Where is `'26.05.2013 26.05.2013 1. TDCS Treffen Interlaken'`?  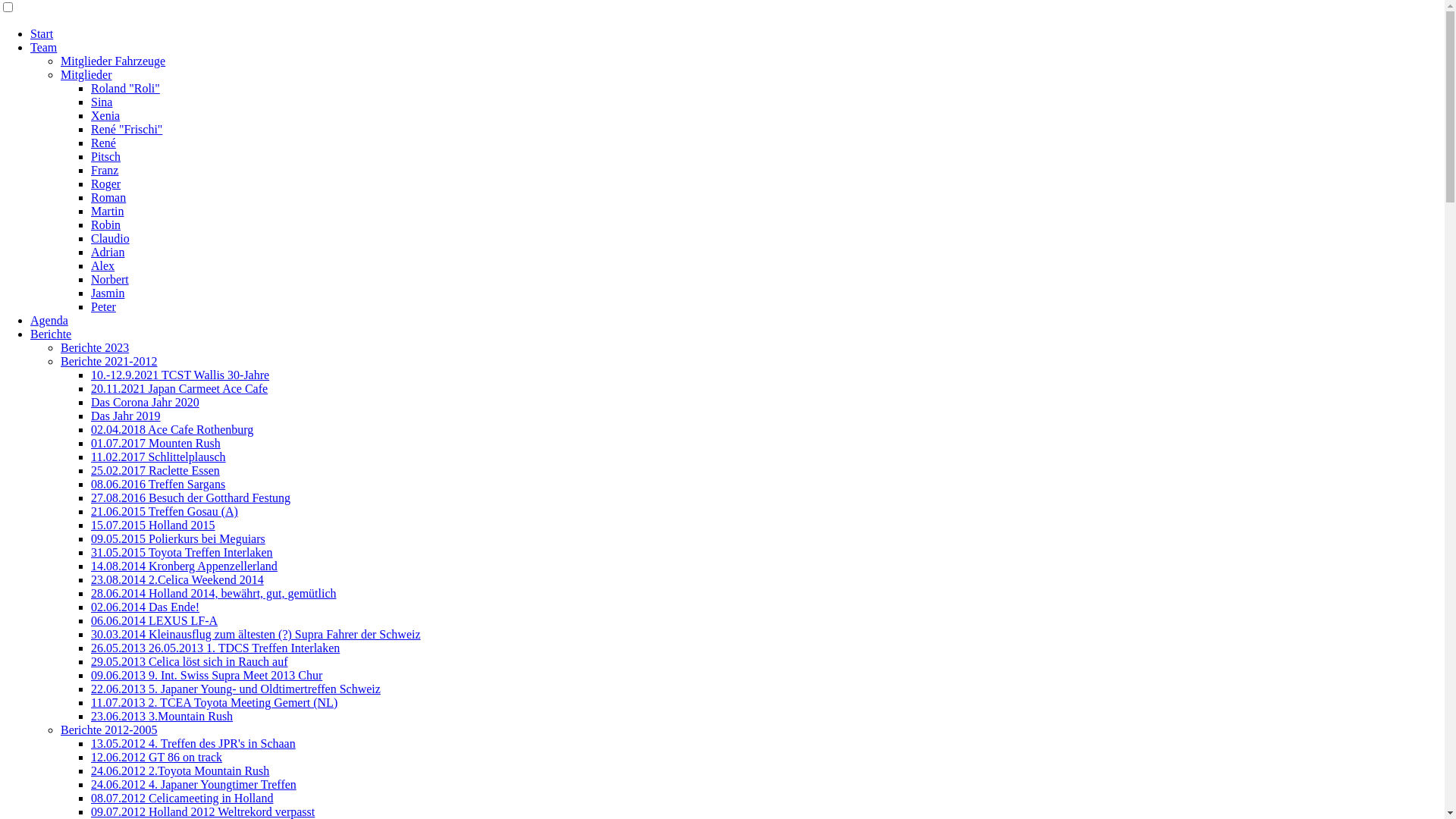
'26.05.2013 26.05.2013 1. TDCS Treffen Interlaken' is located at coordinates (214, 648).